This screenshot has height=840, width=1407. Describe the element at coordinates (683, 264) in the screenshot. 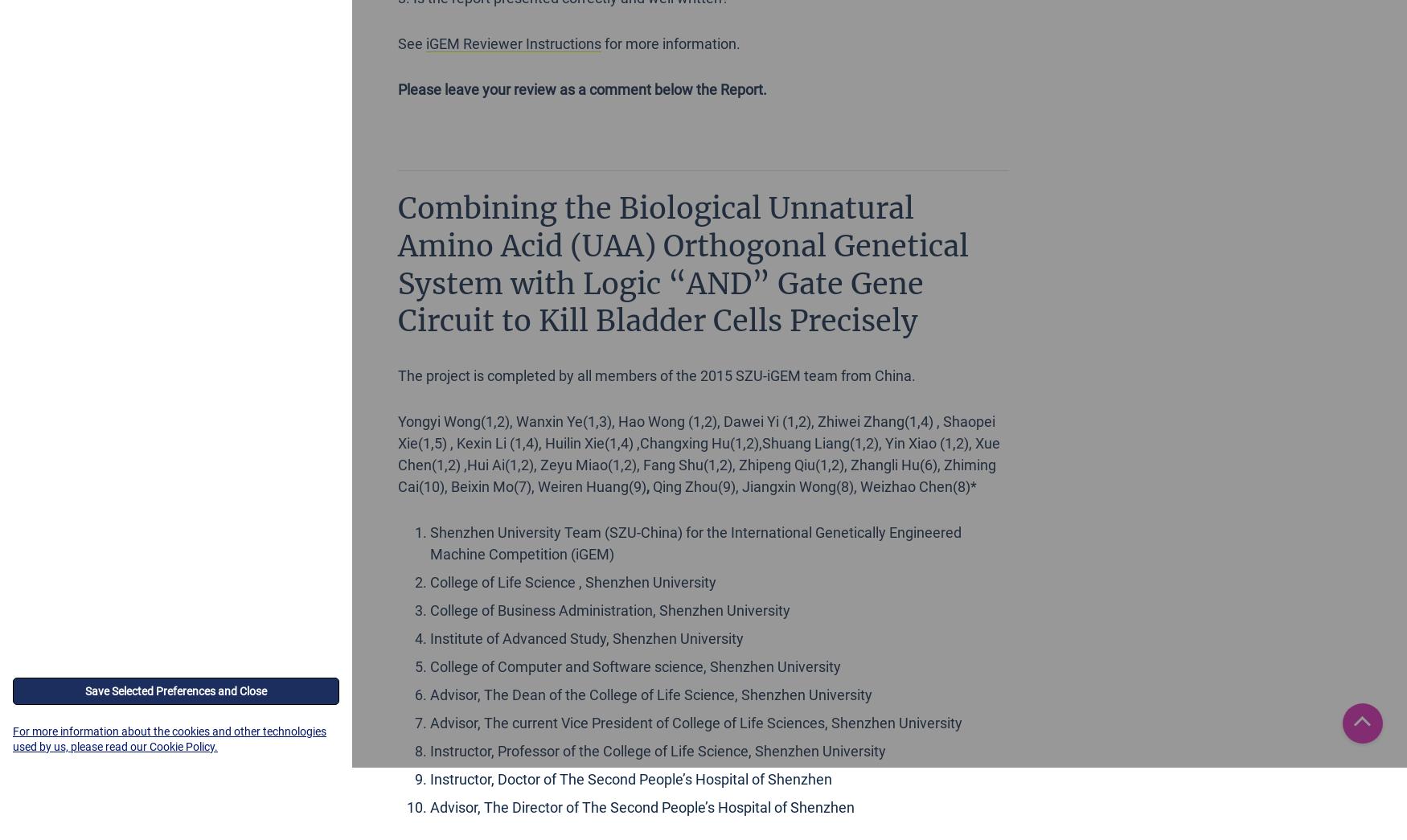

I see `'Combining the Biological Unnatural Amino Acid (UAA) Orthogonal Genetical System with Logic “AND” Gate Gene Circuit to Kill Bladder Cells Precisely'` at that location.